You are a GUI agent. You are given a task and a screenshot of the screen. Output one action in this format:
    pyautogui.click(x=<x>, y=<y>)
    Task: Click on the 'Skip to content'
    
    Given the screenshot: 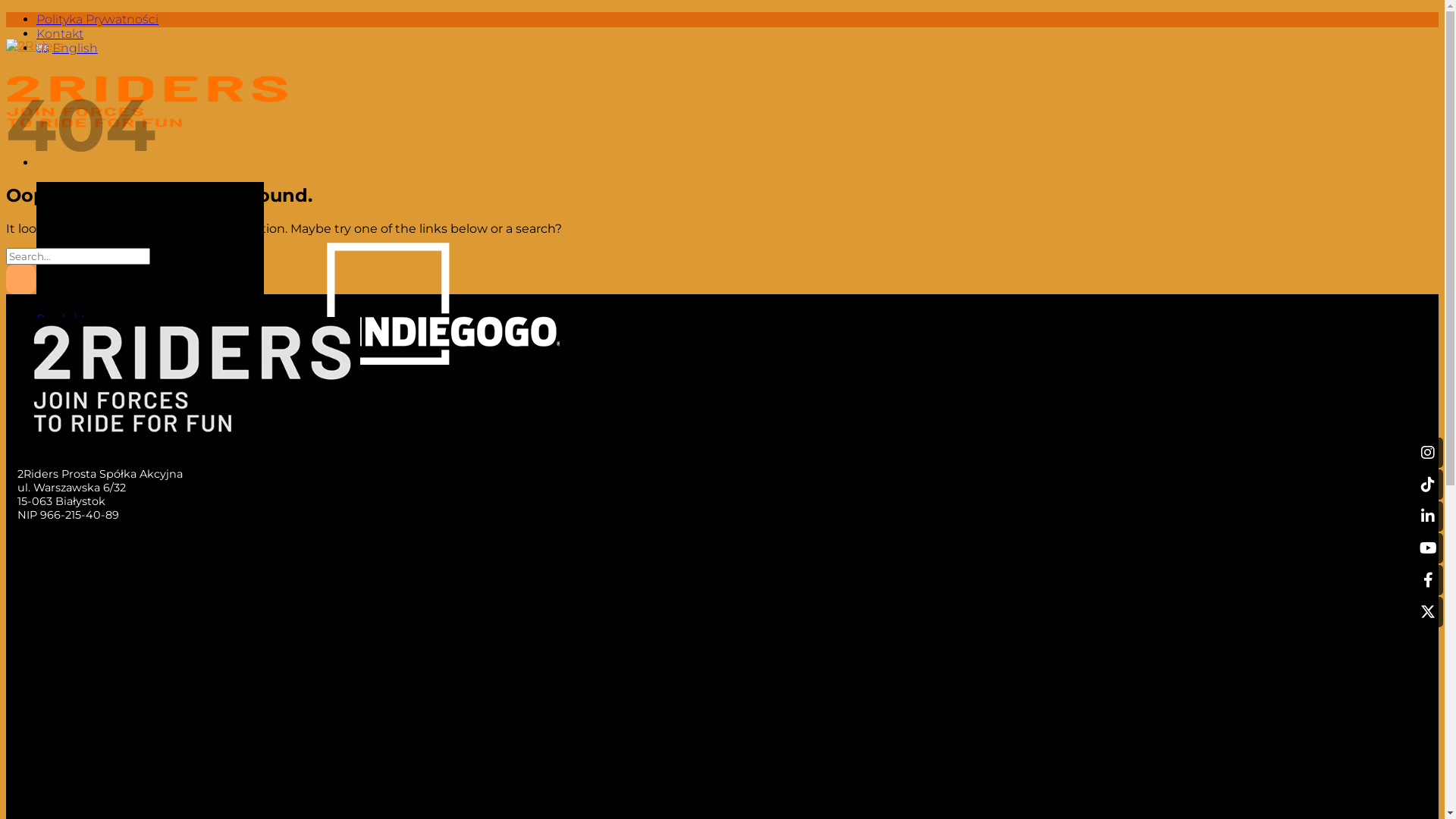 What is the action you would take?
    pyautogui.click(x=5, y=11)
    